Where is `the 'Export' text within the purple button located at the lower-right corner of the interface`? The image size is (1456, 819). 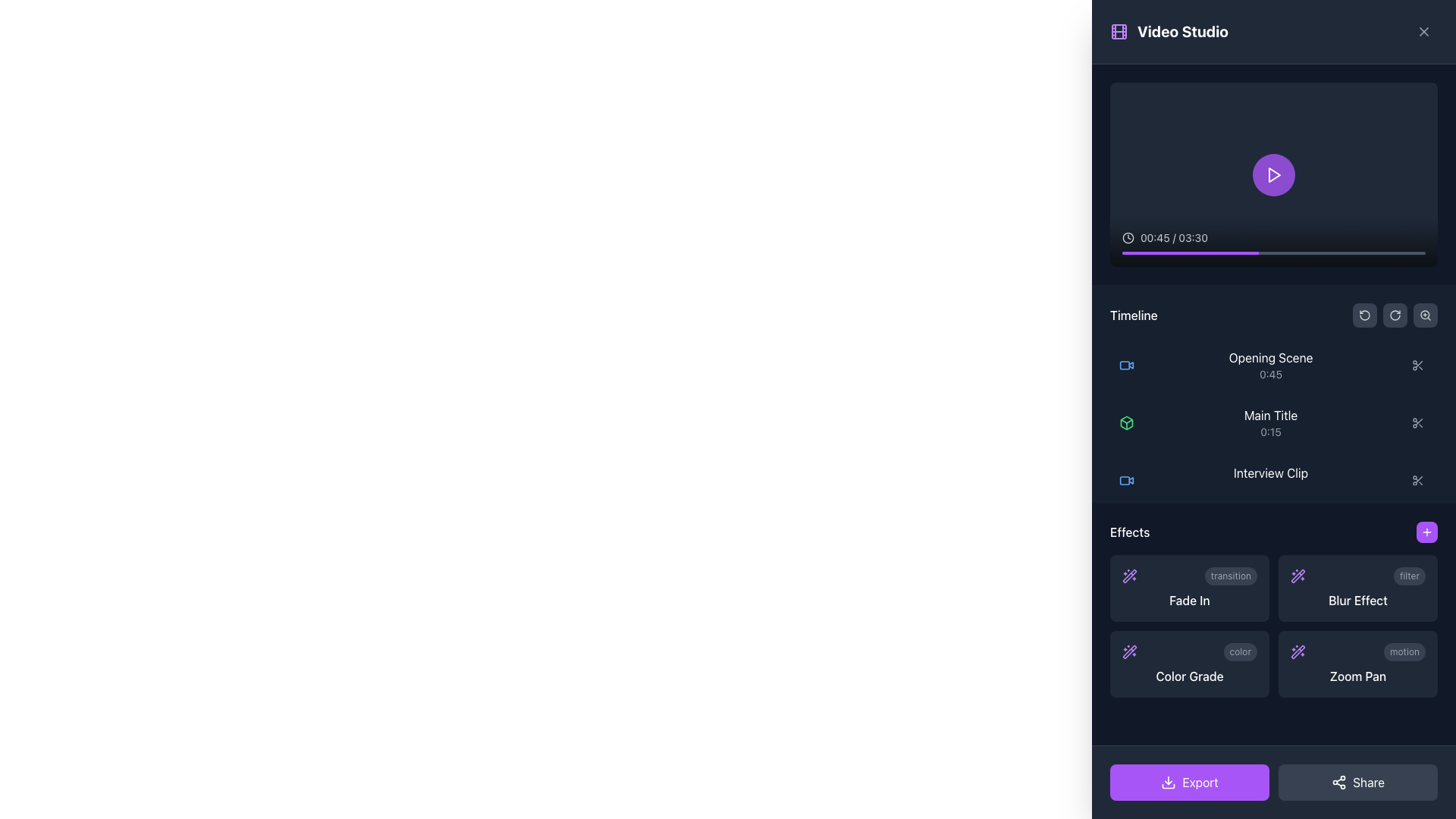 the 'Export' text within the purple button located at the lower-right corner of the interface is located at coordinates (1200, 783).